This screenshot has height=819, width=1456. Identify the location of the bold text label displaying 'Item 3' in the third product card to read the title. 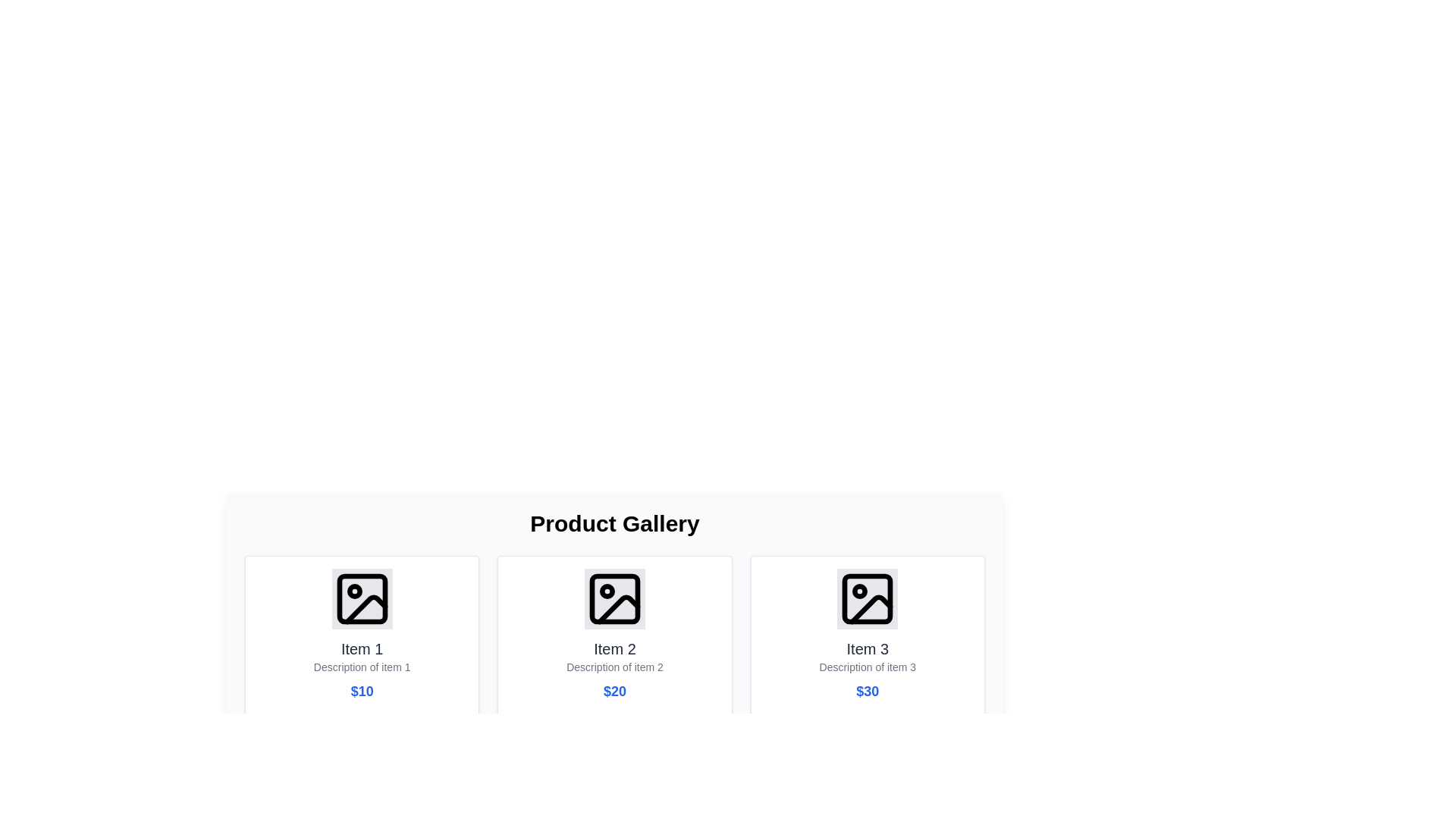
(868, 648).